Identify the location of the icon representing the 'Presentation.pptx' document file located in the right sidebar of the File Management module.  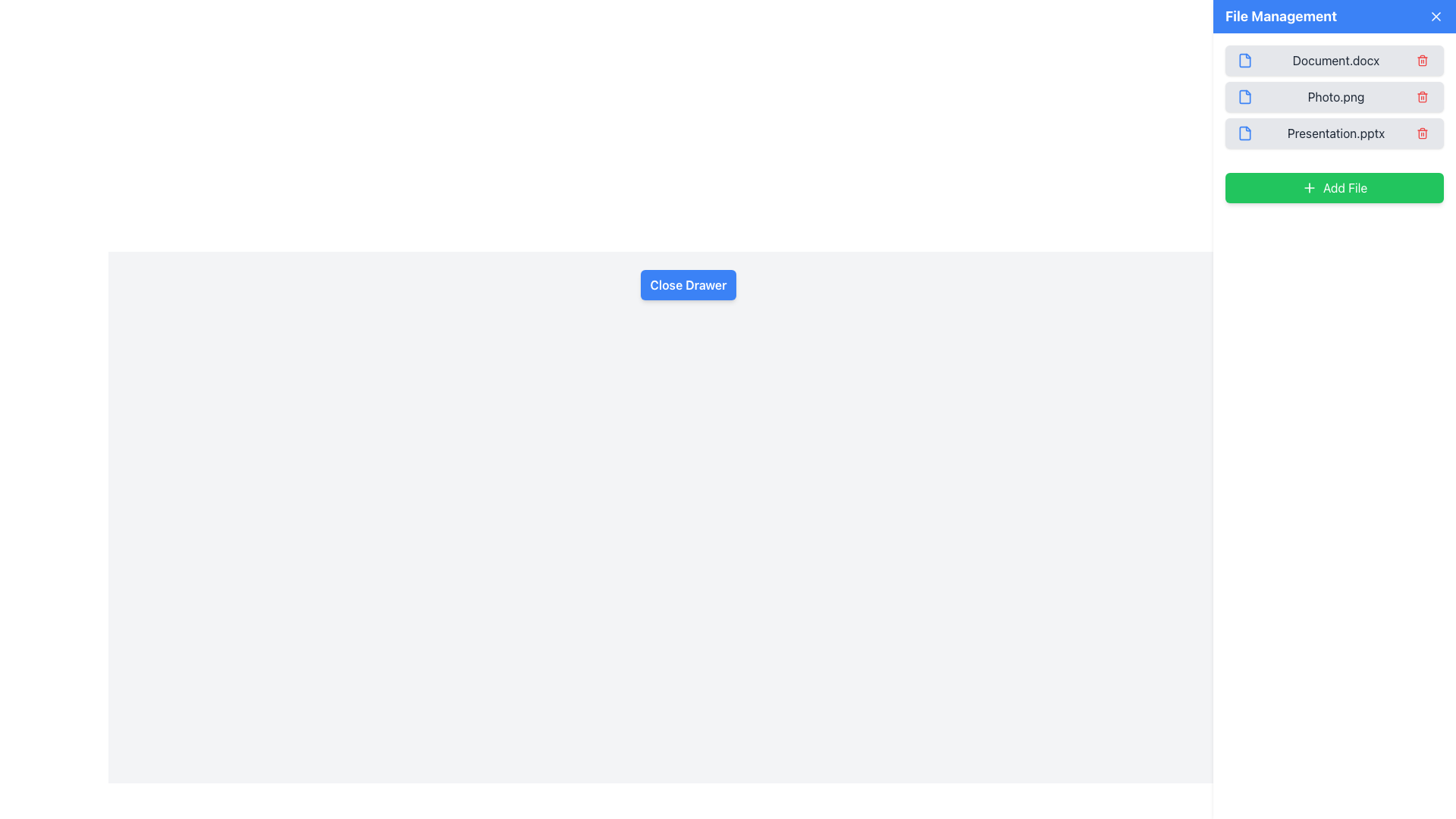
(1244, 133).